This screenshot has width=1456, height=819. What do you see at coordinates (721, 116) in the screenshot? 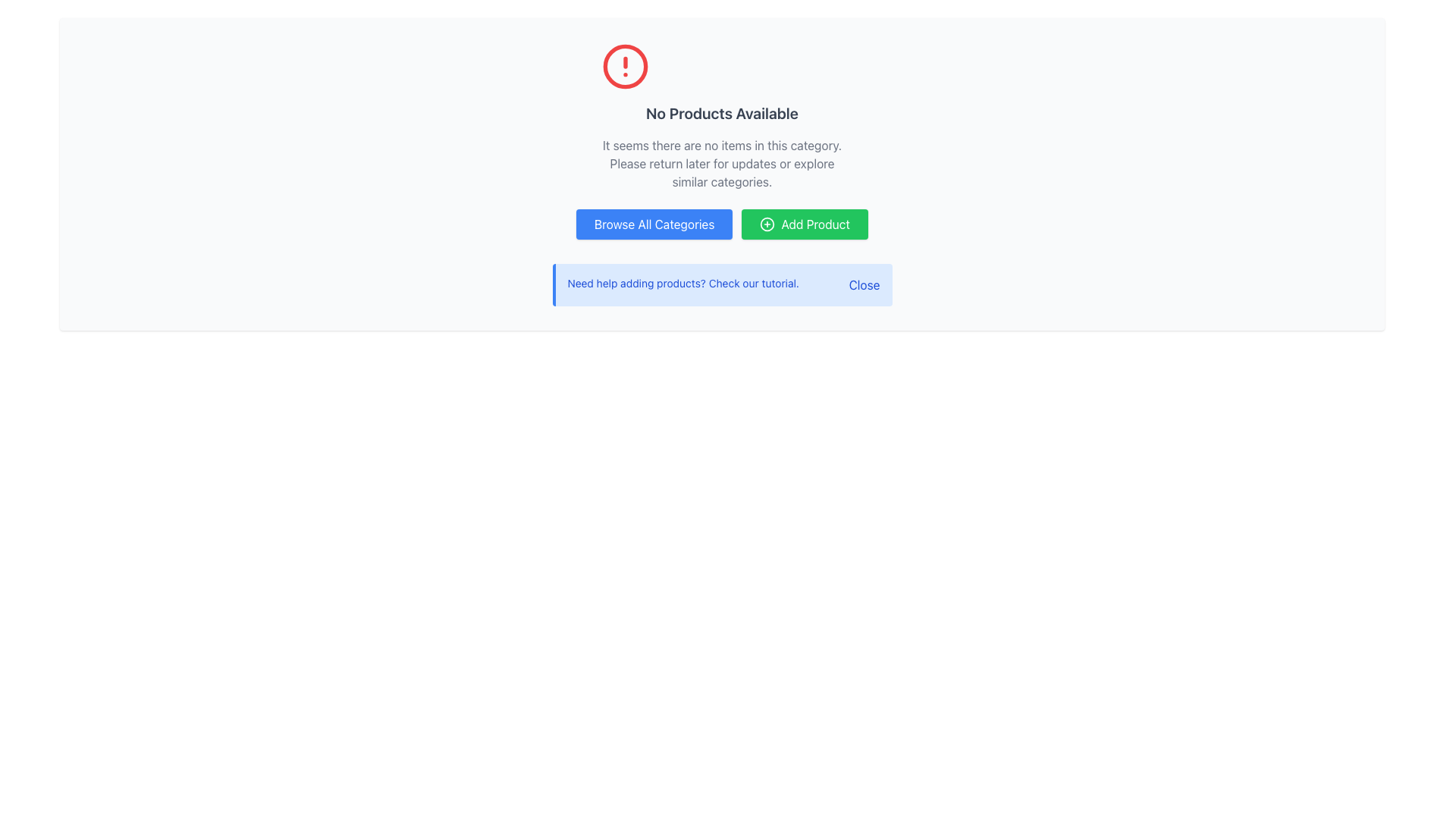
I see `the Notification Panel that informs users about the unavailability of items in the current category` at bounding box center [721, 116].